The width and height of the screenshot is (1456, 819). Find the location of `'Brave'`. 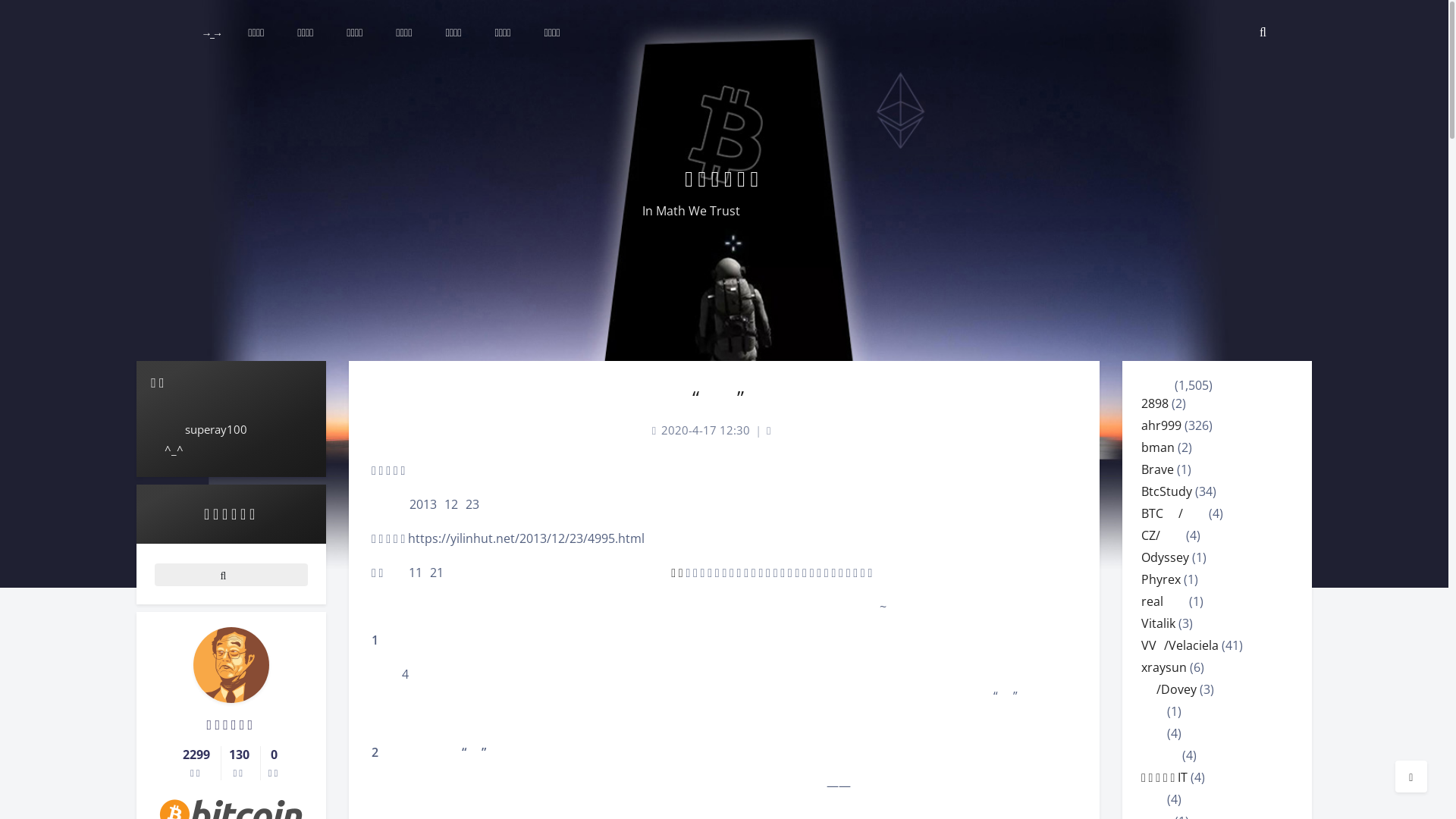

'Brave' is located at coordinates (1141, 468).